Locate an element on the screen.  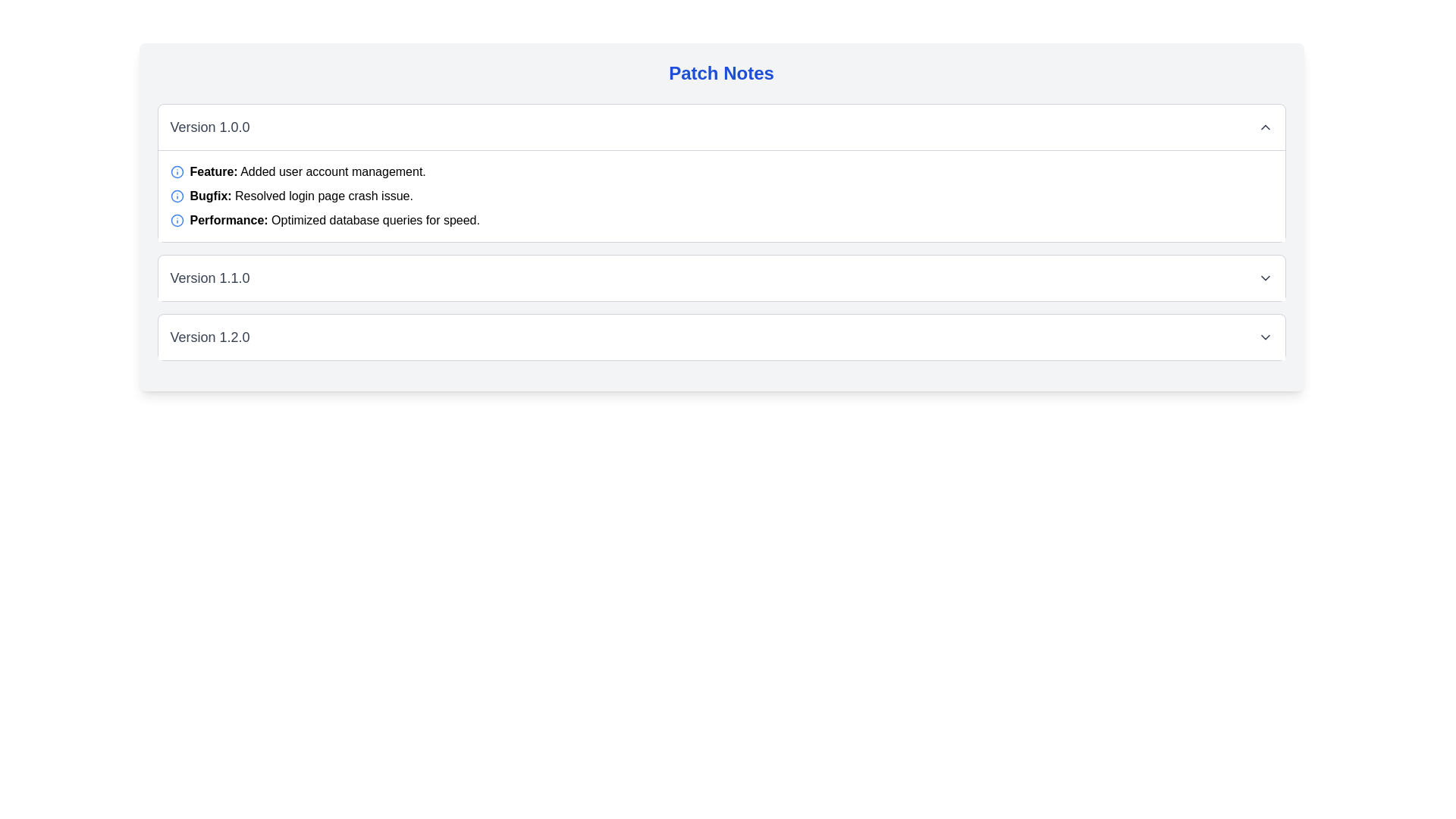
the blue circular information icon located to the far left of the text 'Bugfix: Resolved login page crash issue.' in the second row under 'Version 1.0.0.' is located at coordinates (177, 195).